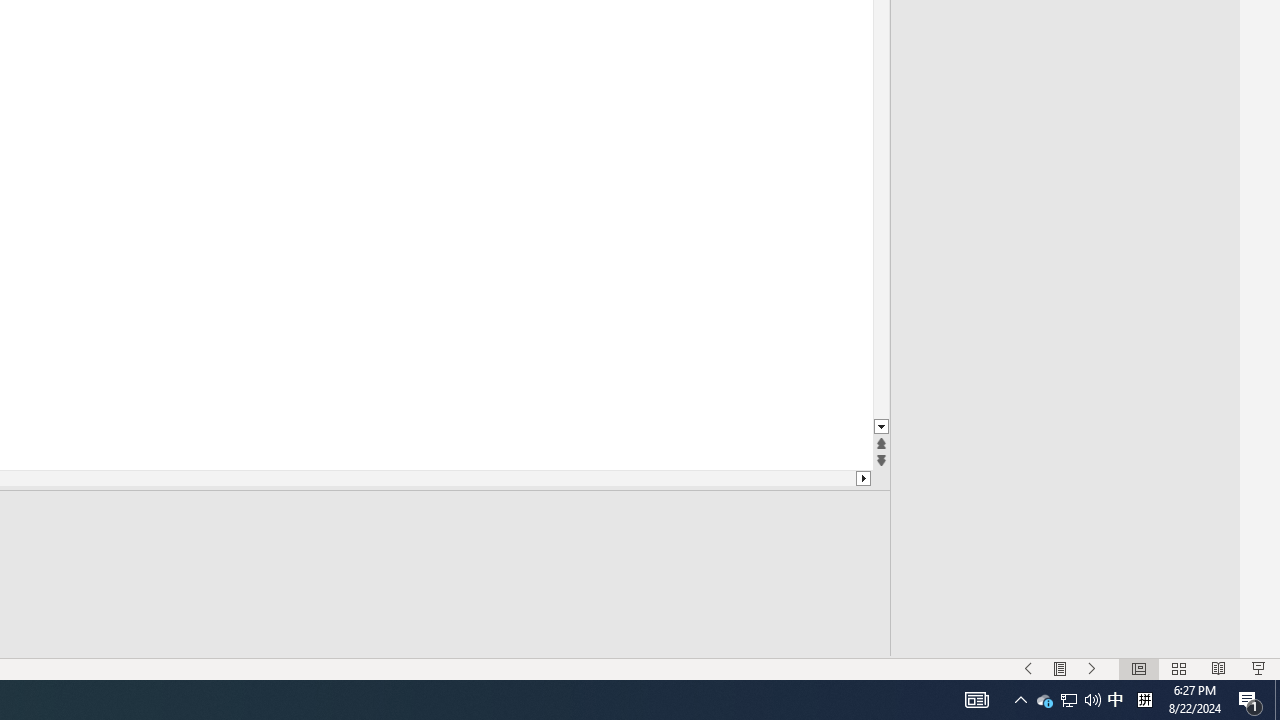 The width and height of the screenshot is (1280, 720). Describe the element at coordinates (1028, 669) in the screenshot. I see `'Slide Show Previous On'` at that location.